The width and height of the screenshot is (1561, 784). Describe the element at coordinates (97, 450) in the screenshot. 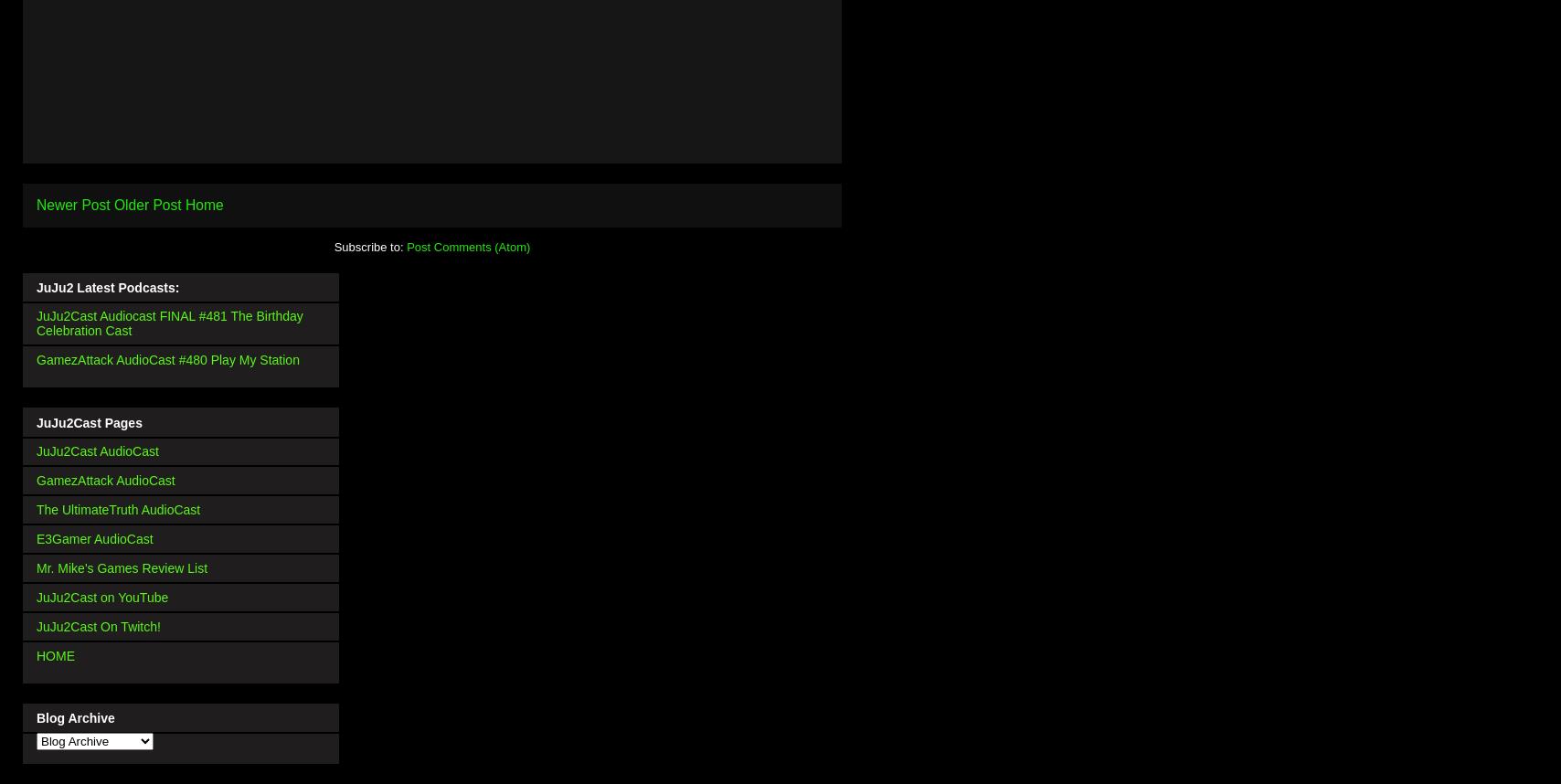

I see `'JuJu2Cast AudioCast'` at that location.